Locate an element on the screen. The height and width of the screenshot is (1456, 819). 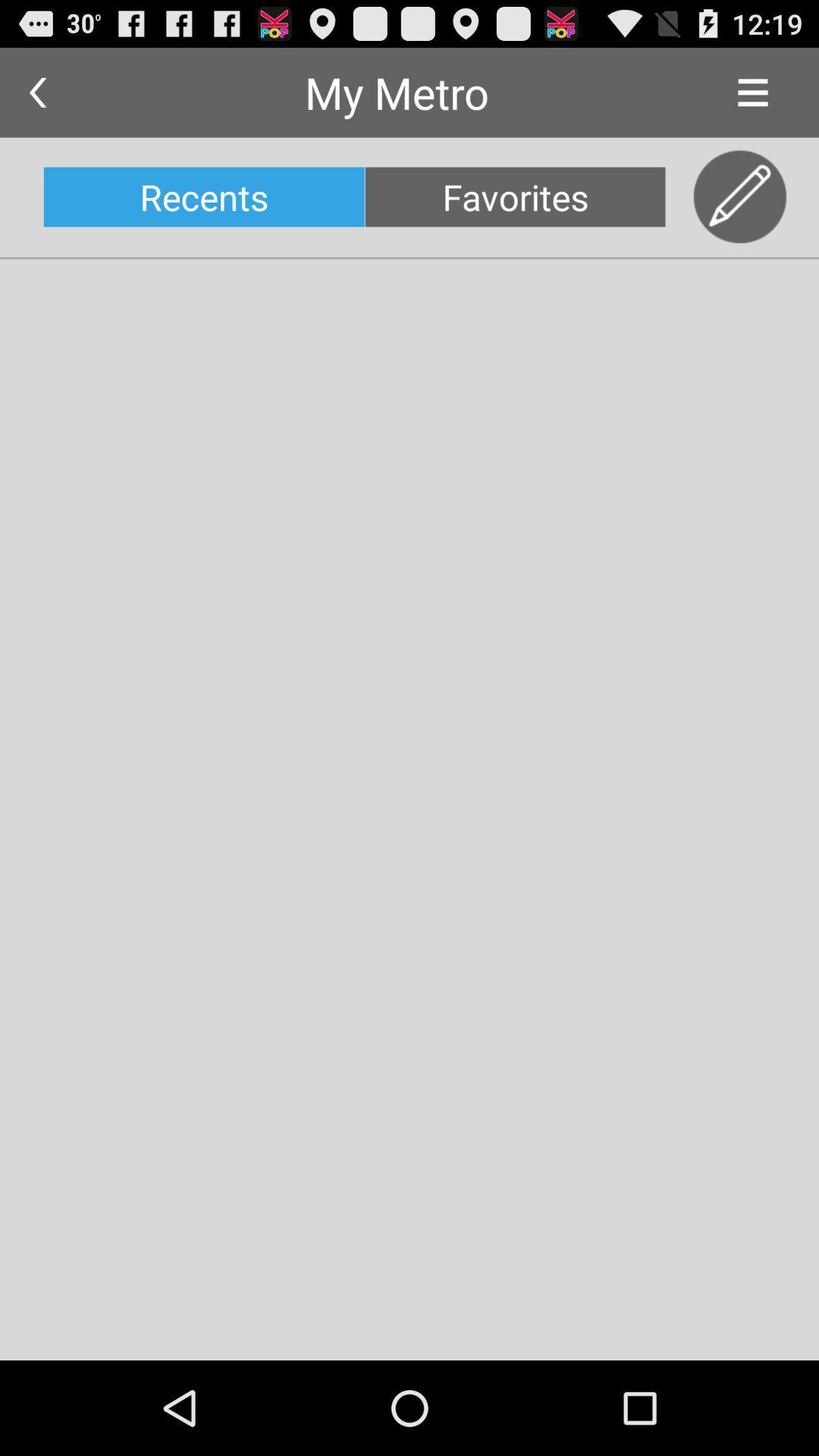
recents item is located at coordinates (203, 196).